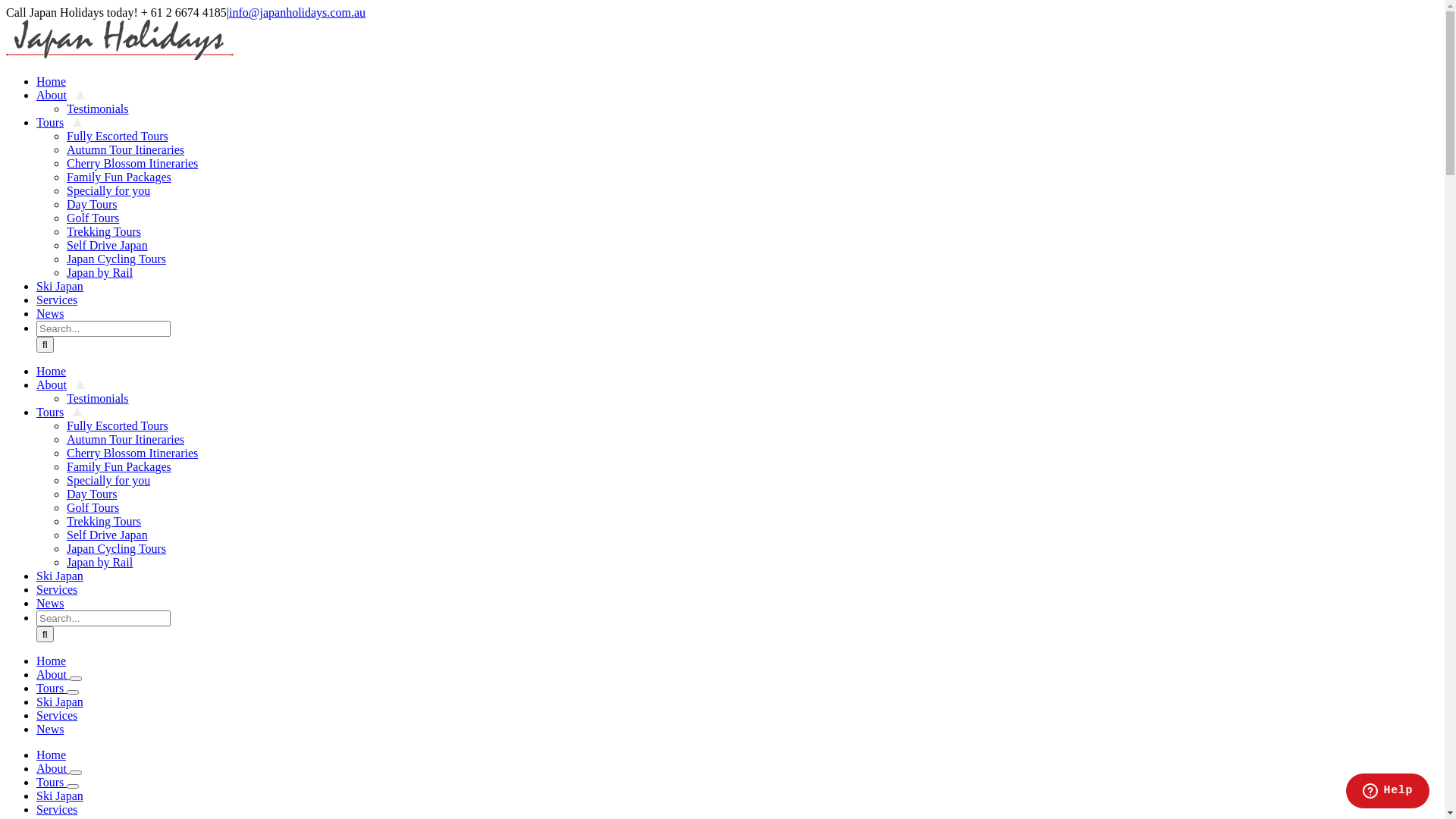 This screenshot has width=1456, height=819. Describe the element at coordinates (65, 190) in the screenshot. I see `'Specially for you'` at that location.